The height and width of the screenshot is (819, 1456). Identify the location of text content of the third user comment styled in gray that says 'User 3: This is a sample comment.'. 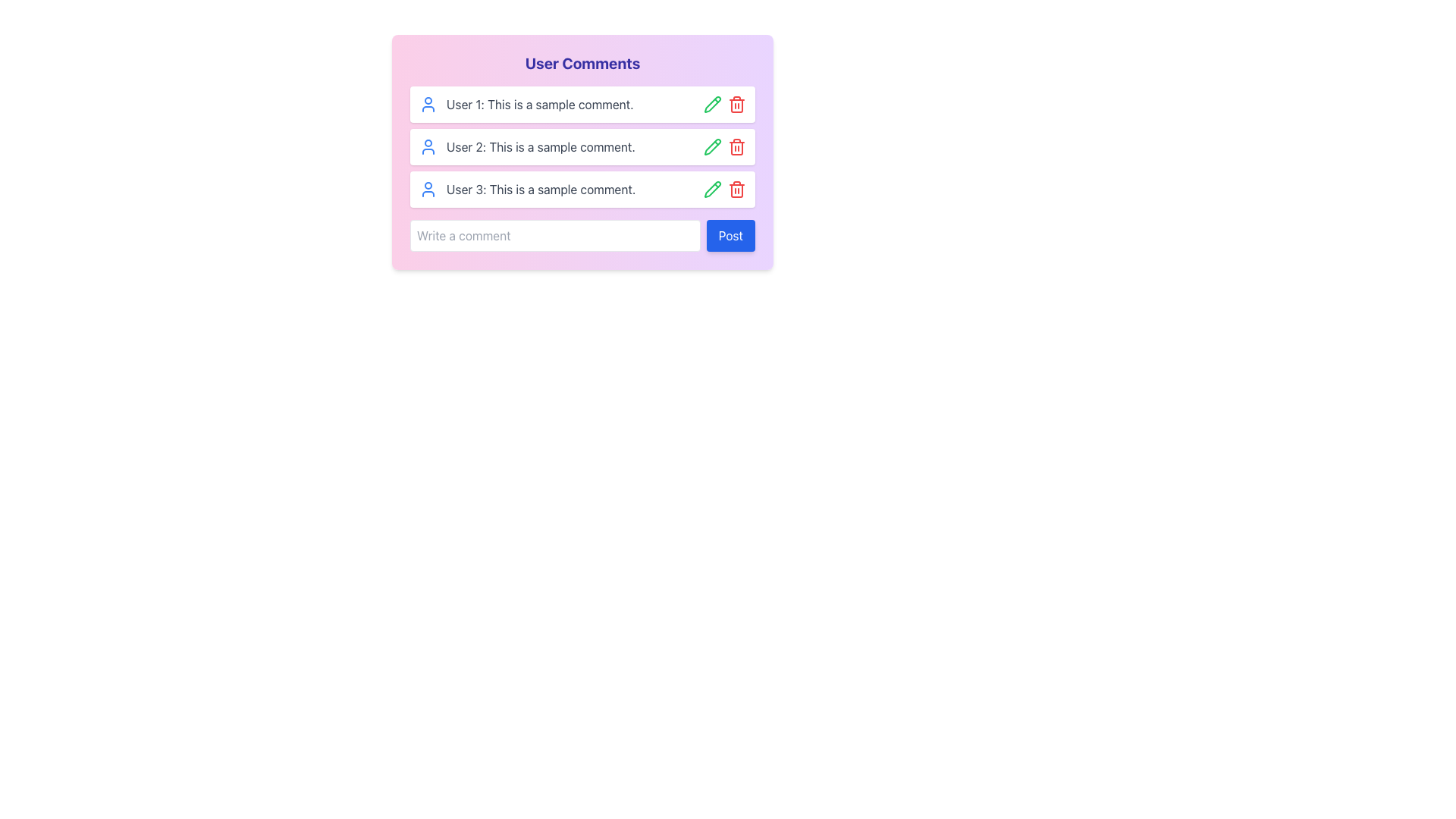
(541, 189).